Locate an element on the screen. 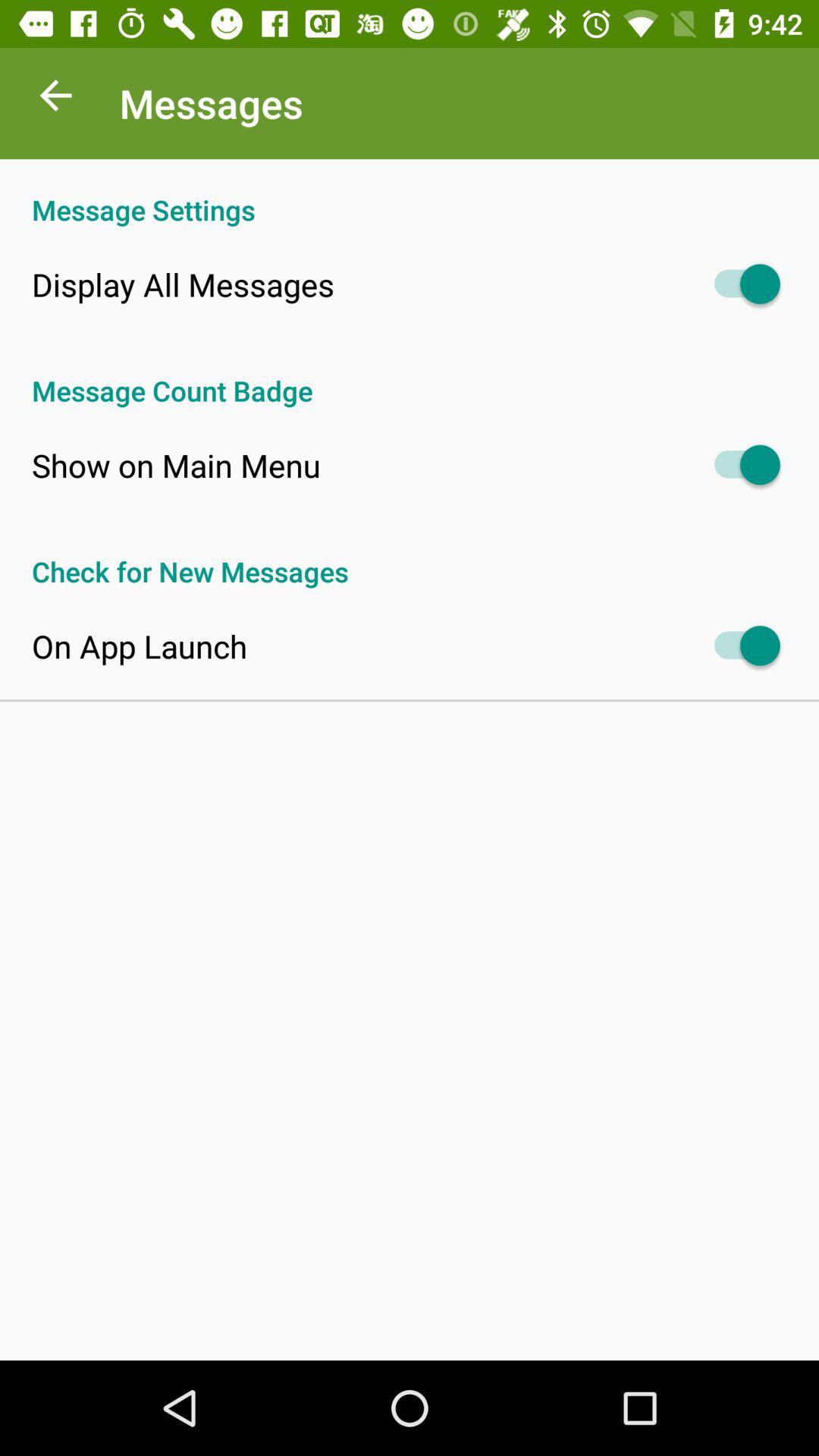  the item above the message settings icon is located at coordinates (55, 99).